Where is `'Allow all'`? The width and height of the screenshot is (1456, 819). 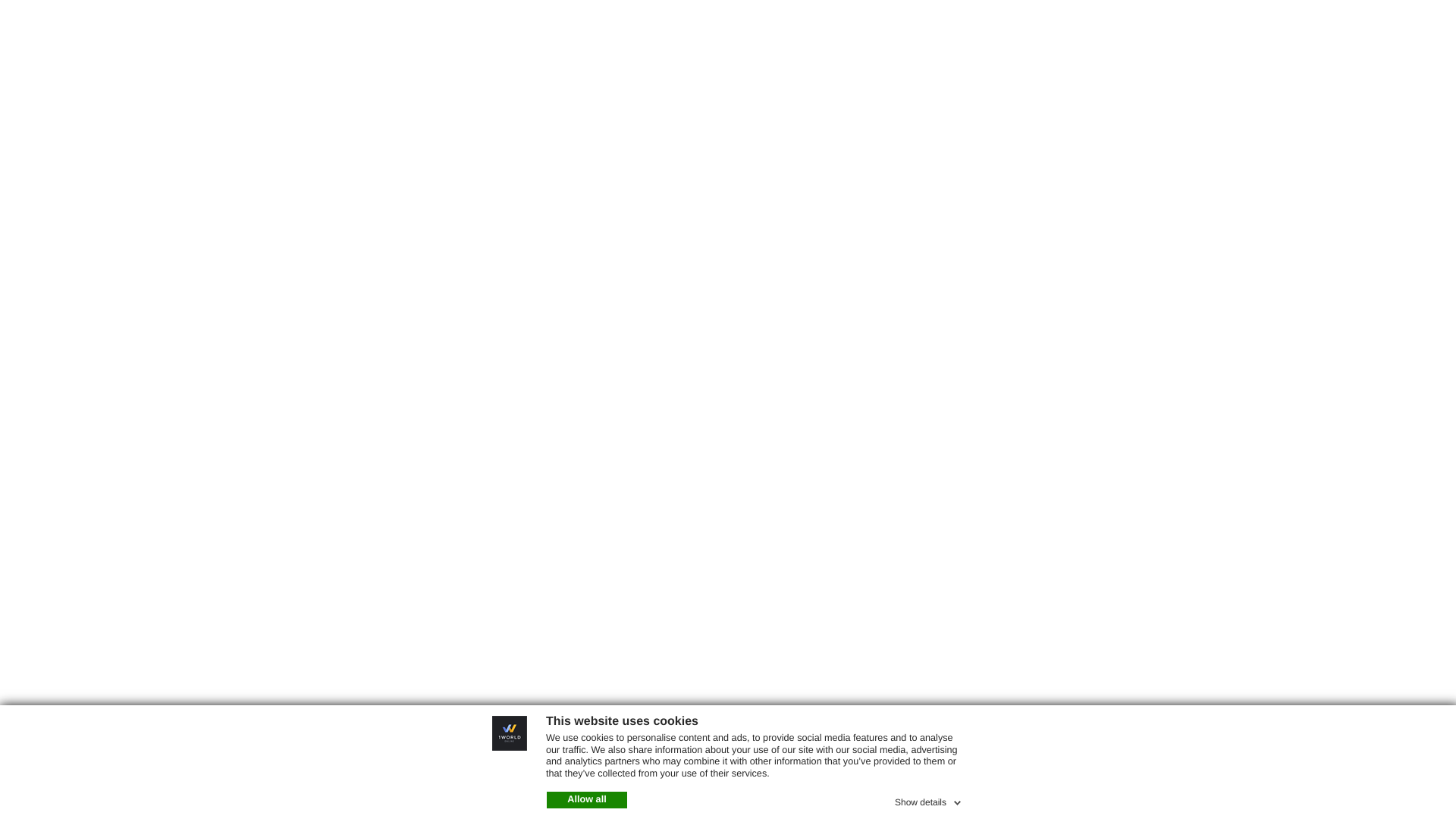 'Allow all' is located at coordinates (585, 799).